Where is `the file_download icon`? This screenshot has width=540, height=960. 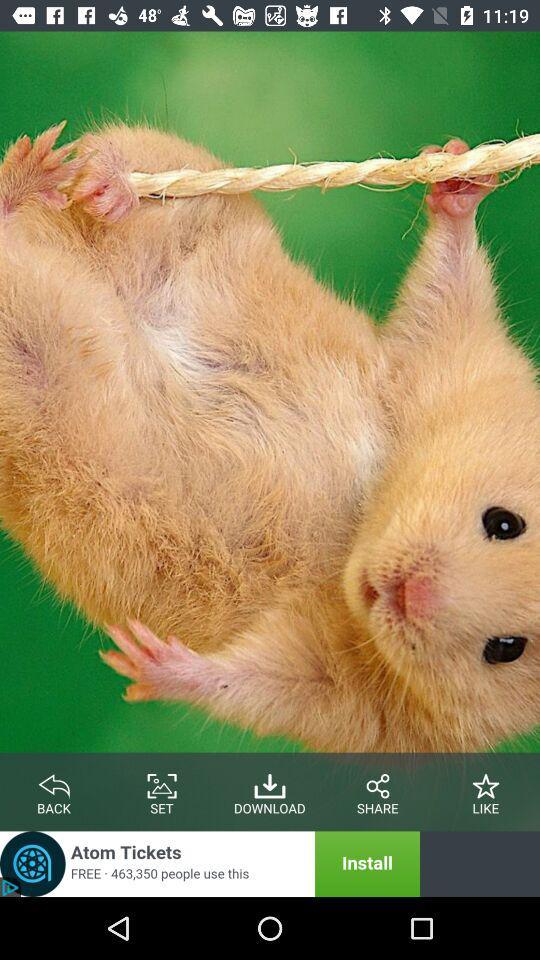
the file_download icon is located at coordinates (270, 782).